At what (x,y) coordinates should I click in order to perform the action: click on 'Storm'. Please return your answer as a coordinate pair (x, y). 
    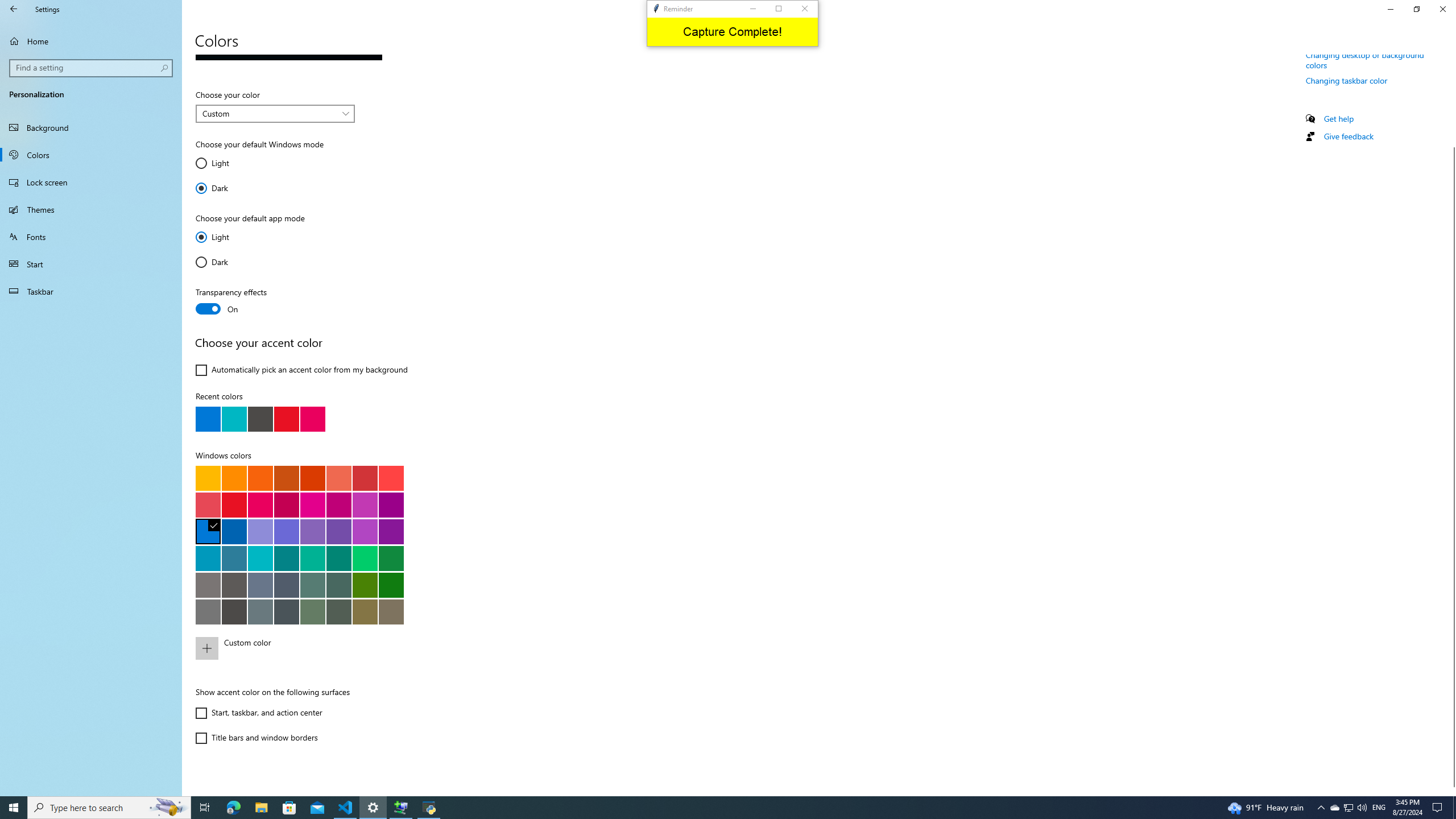
    Looking at the image, I should click on (234, 610).